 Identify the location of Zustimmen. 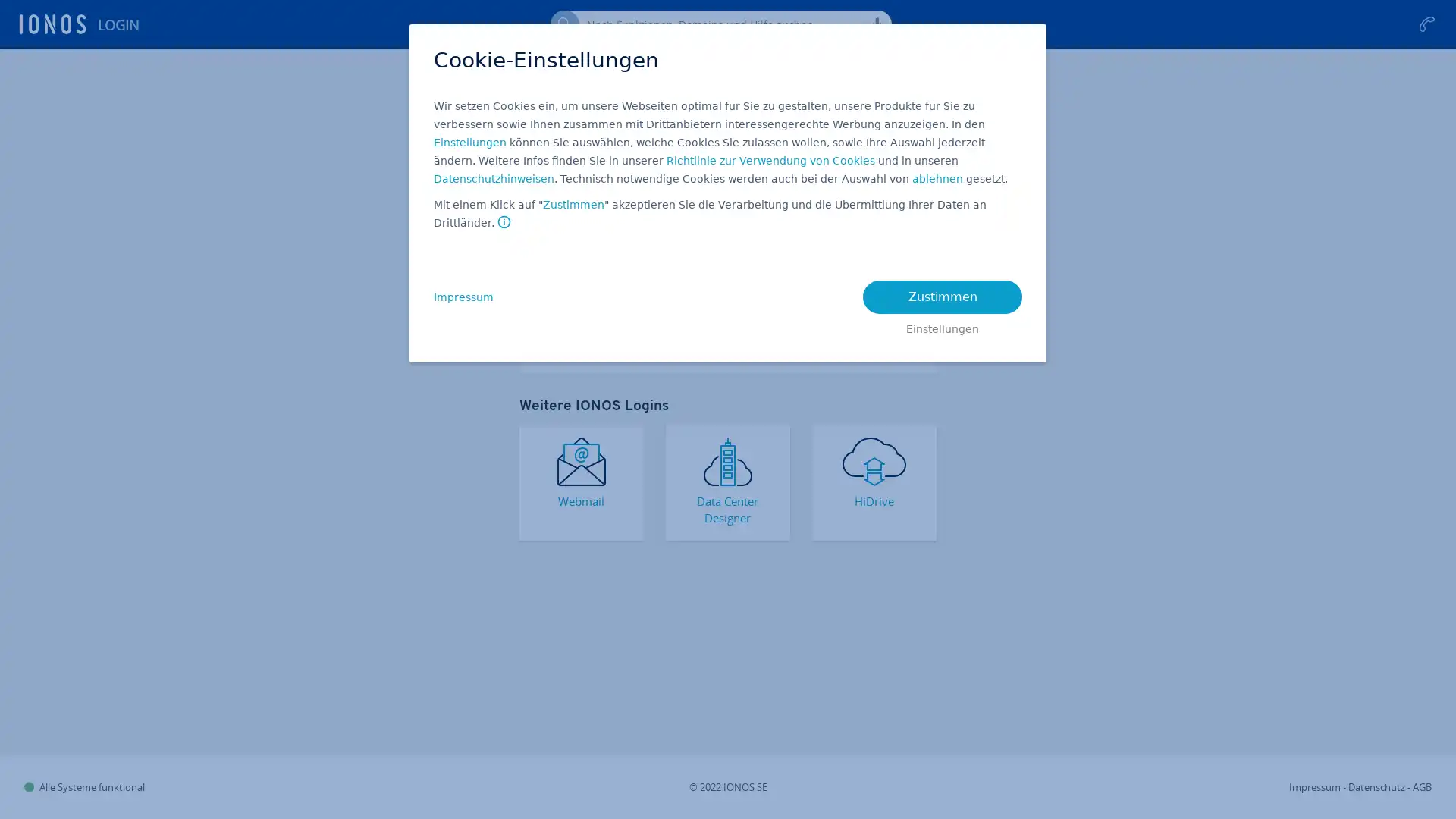
(942, 297).